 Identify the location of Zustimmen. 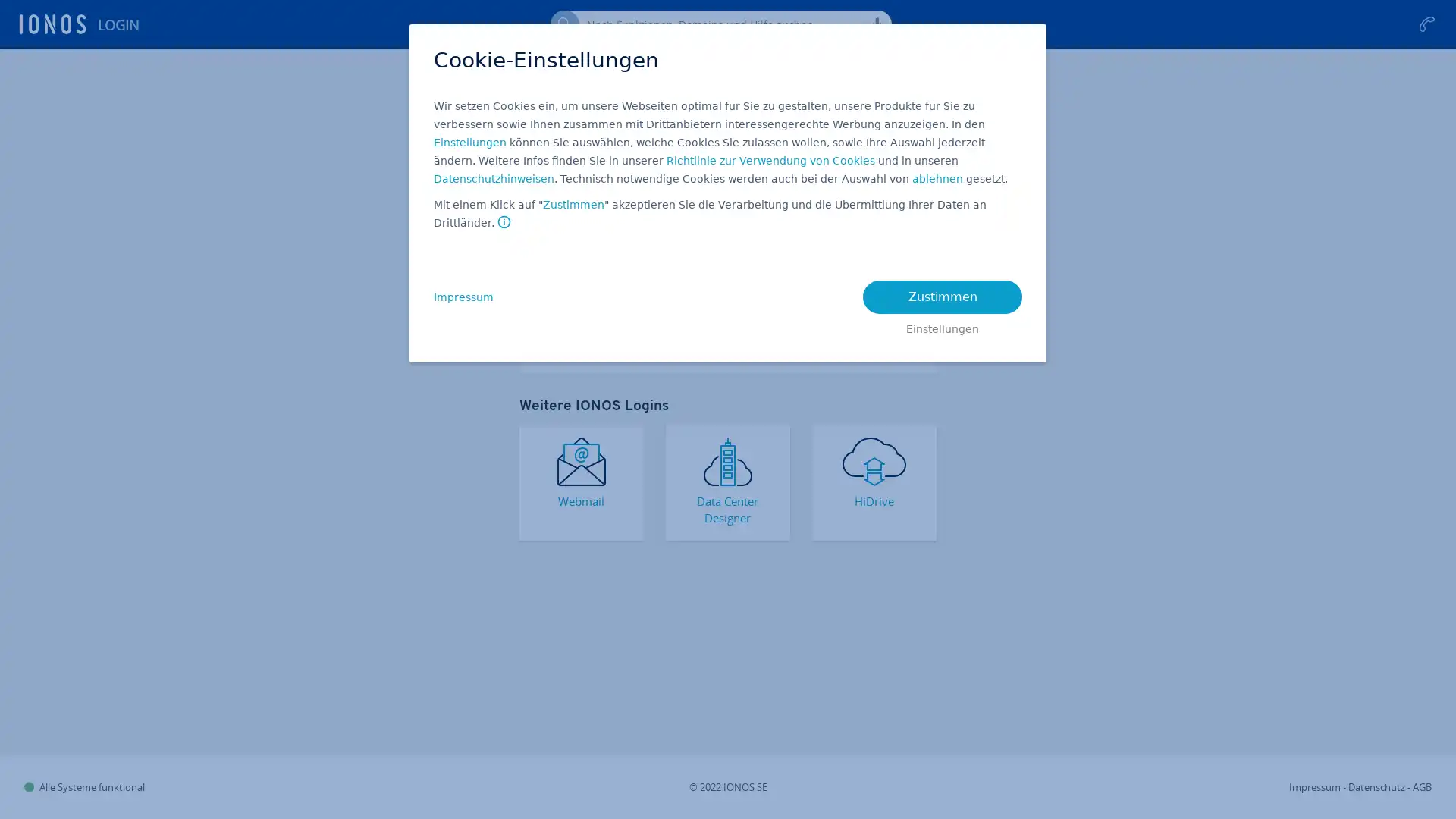
(942, 297).